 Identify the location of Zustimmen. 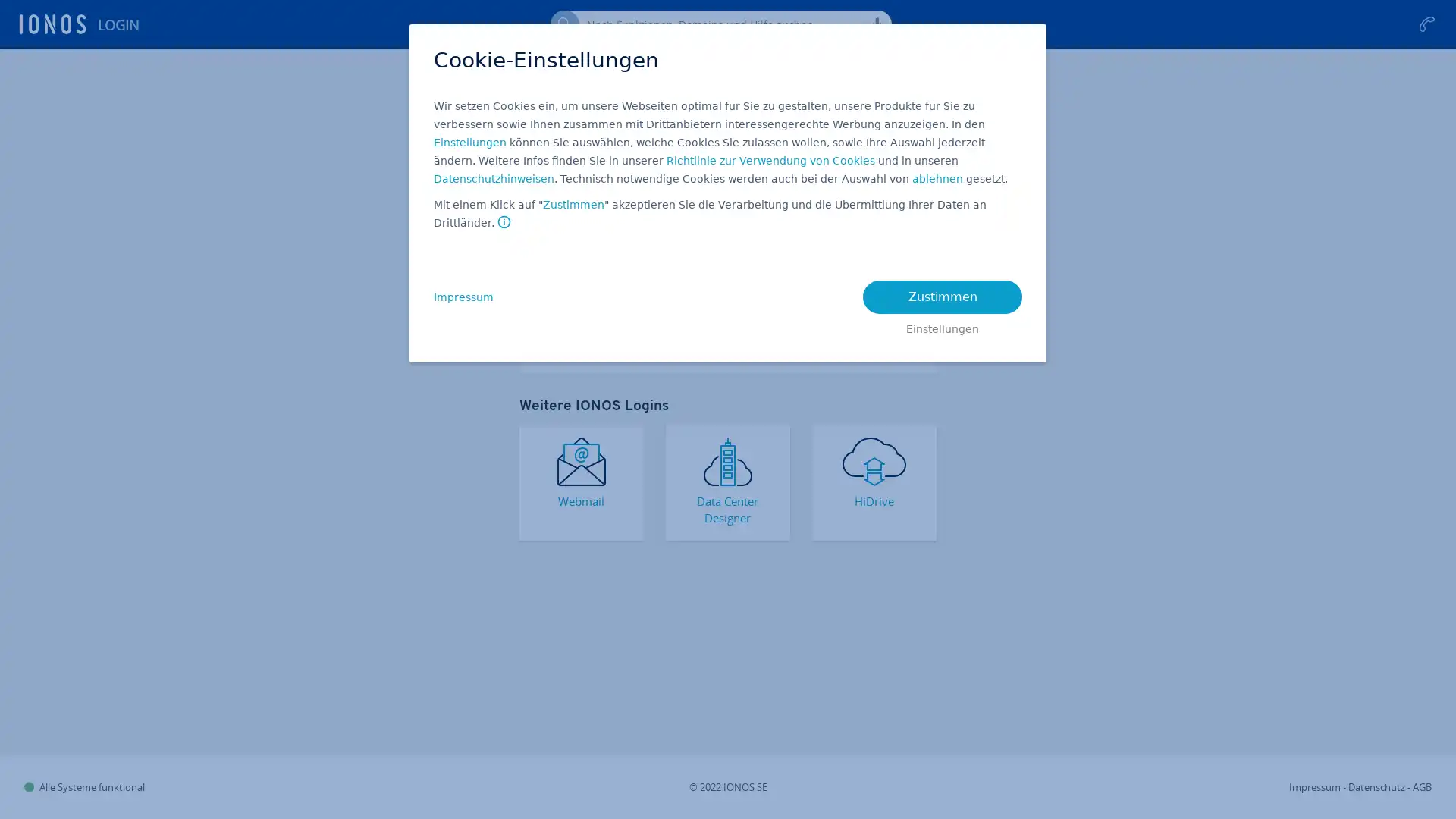
(942, 297).